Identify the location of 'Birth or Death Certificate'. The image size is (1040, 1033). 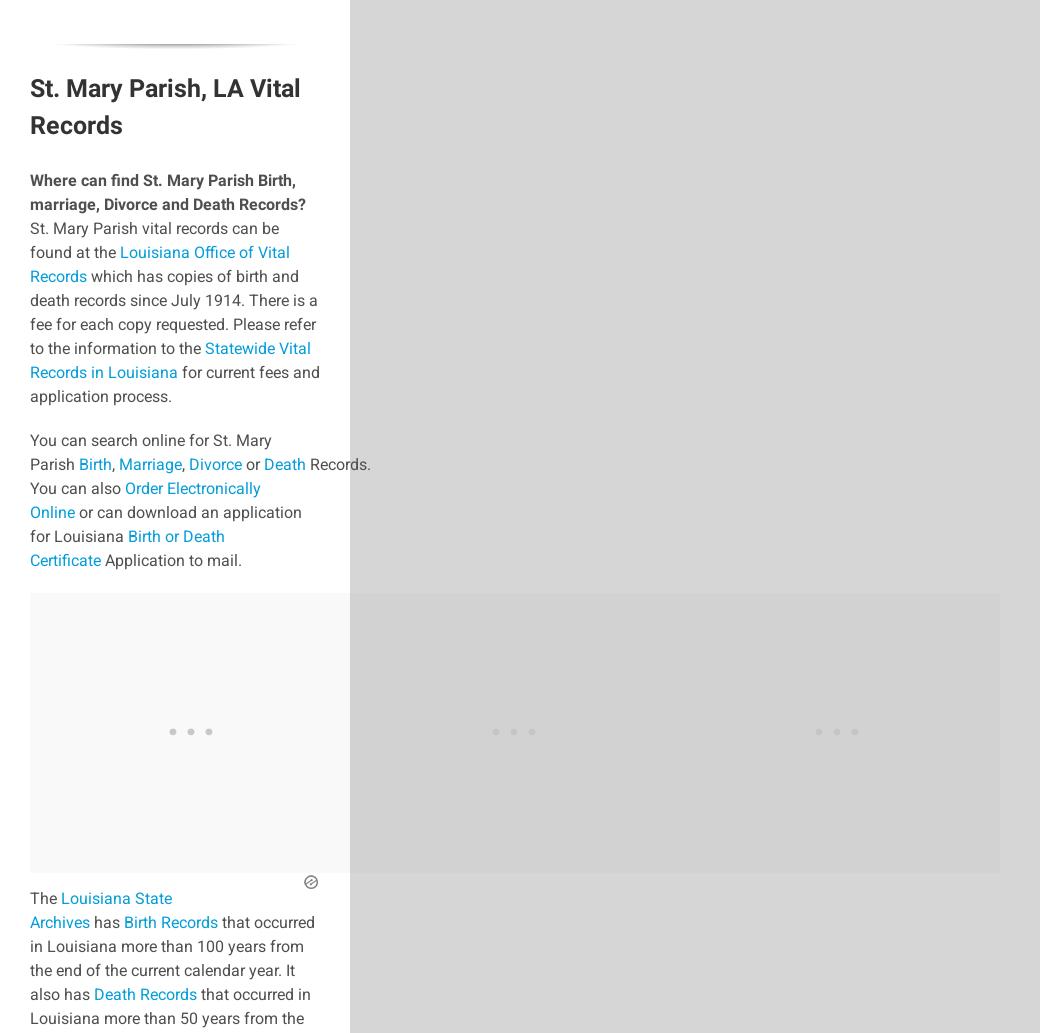
(126, 547).